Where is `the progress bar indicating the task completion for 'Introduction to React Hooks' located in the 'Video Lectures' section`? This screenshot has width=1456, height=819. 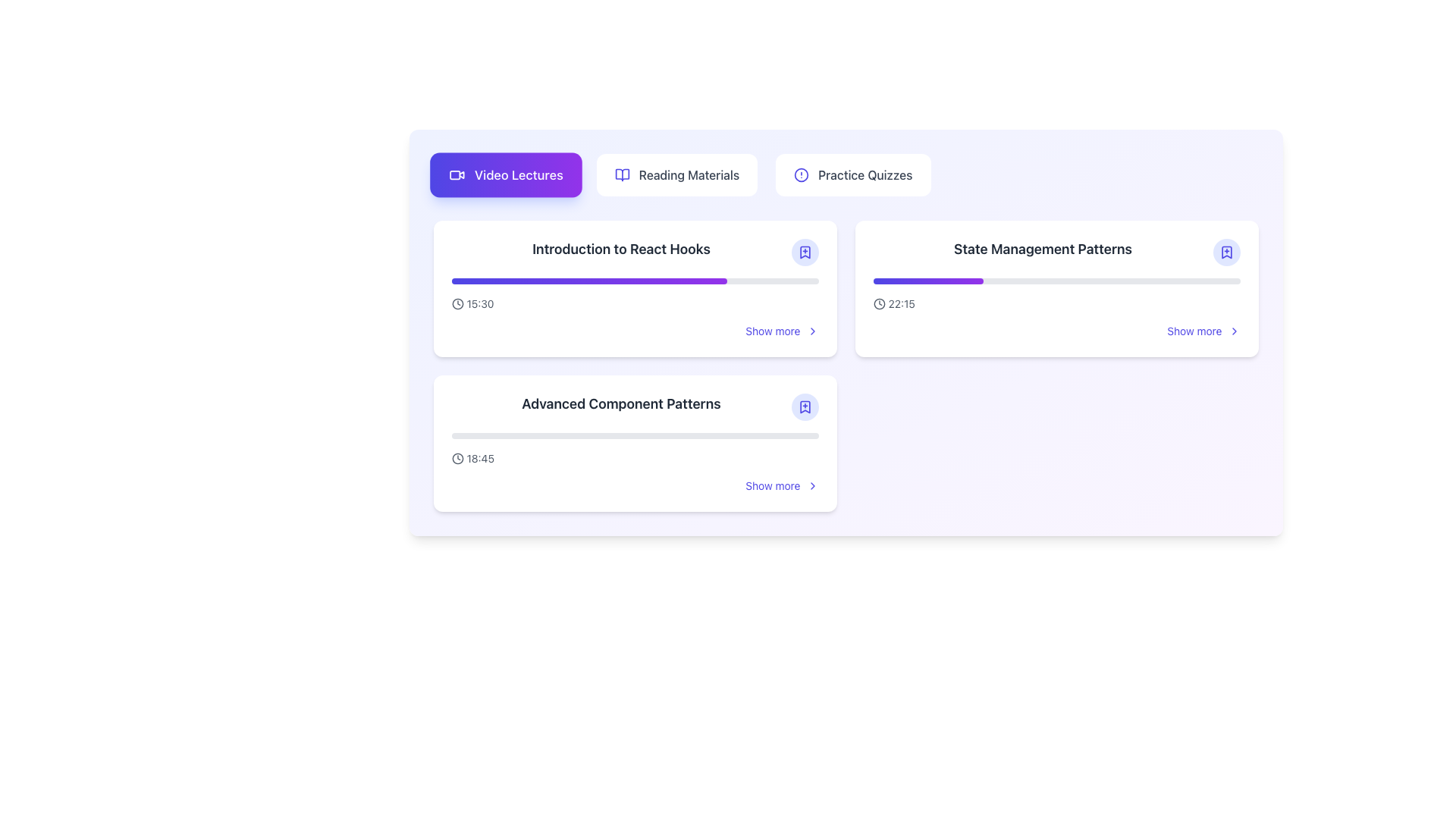
the progress bar indicating the task completion for 'Introduction to React Hooks' located in the 'Video Lectures' section is located at coordinates (635, 281).